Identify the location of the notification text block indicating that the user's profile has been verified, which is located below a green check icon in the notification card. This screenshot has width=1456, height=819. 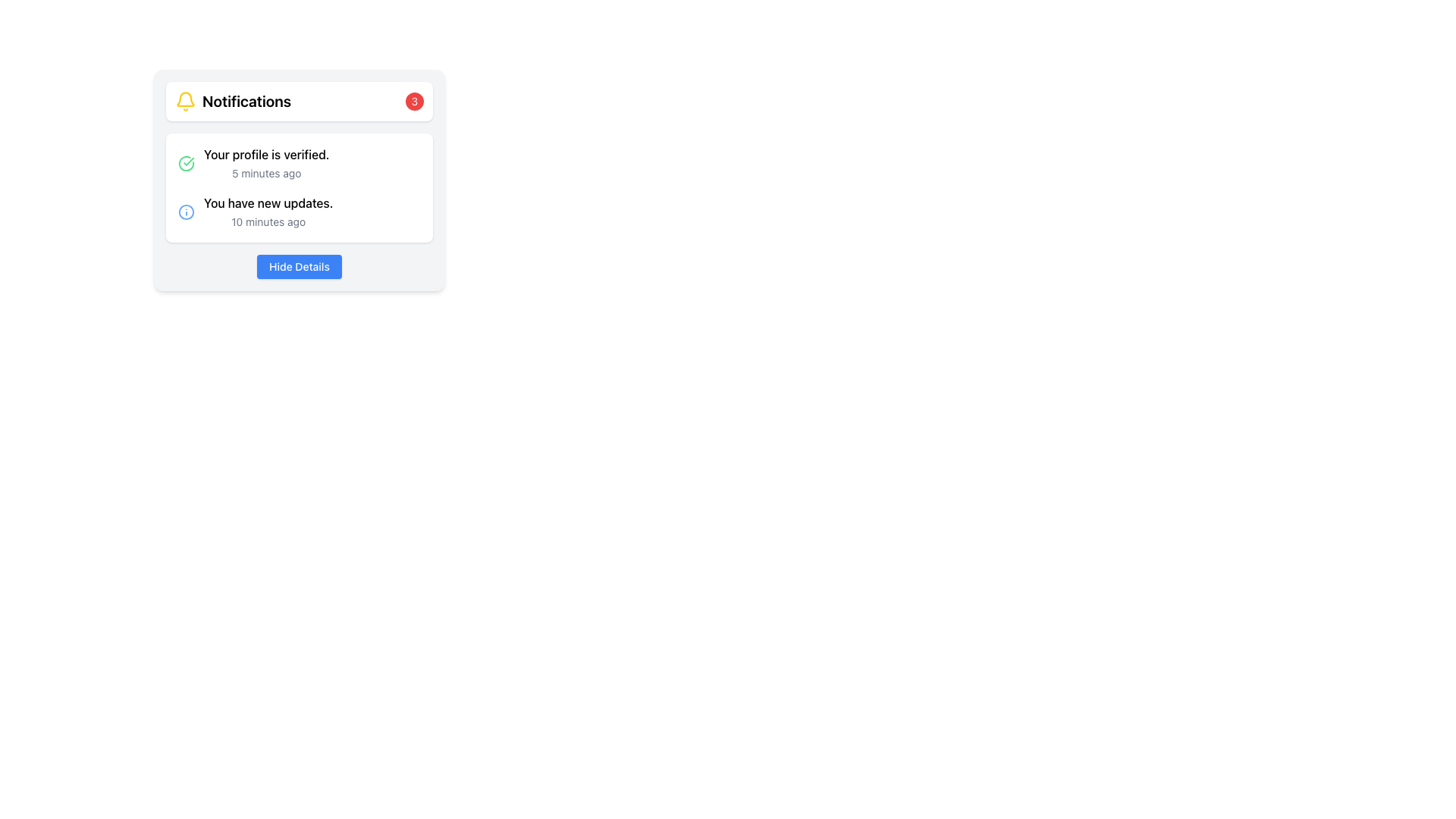
(266, 164).